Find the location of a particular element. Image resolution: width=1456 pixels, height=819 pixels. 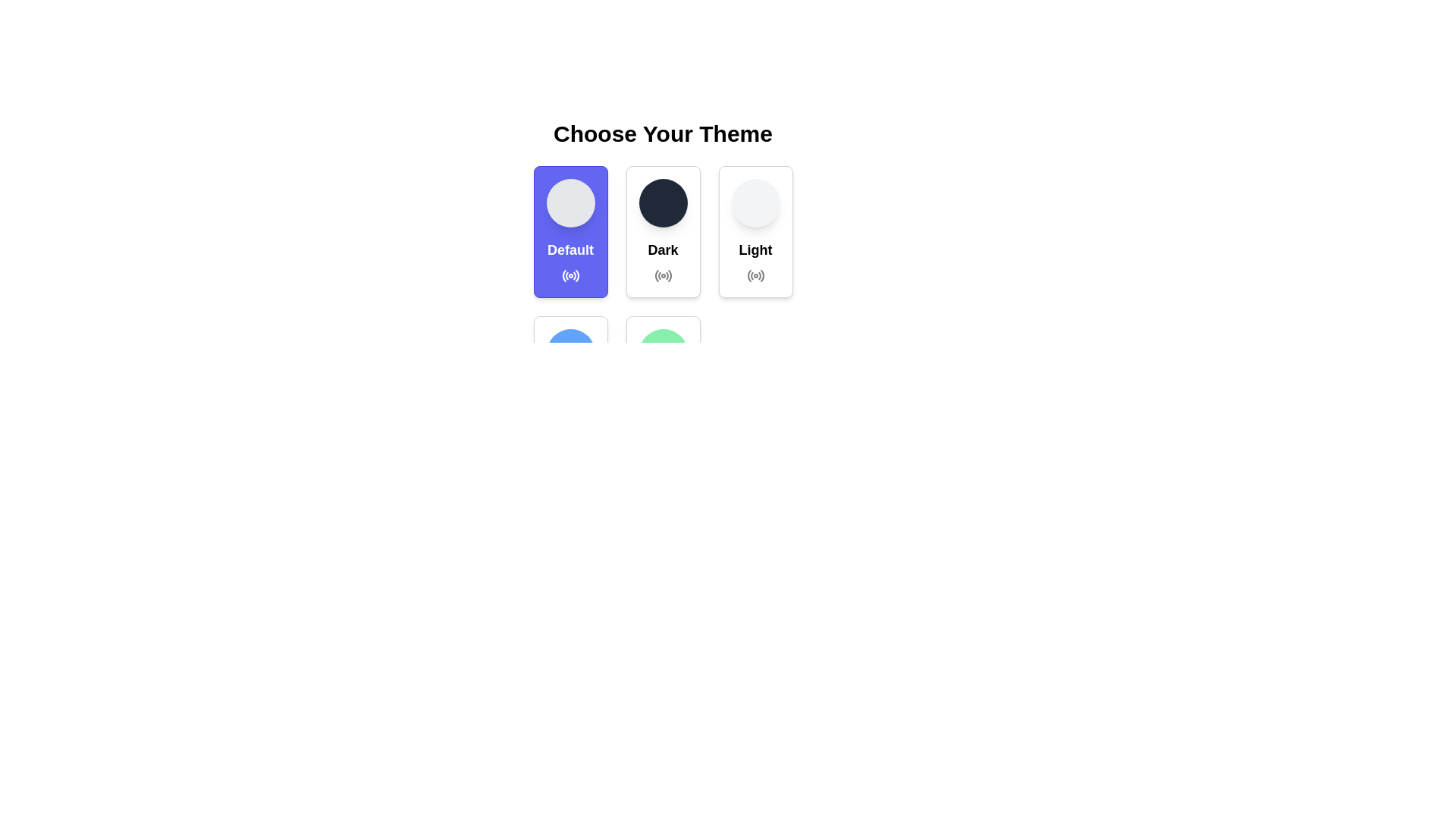

the graphical icon resembling radio waves centered around a dot, which is located at the bottom section of the 'Default' card under the 'Choose Your Theme' heading is located at coordinates (570, 275).